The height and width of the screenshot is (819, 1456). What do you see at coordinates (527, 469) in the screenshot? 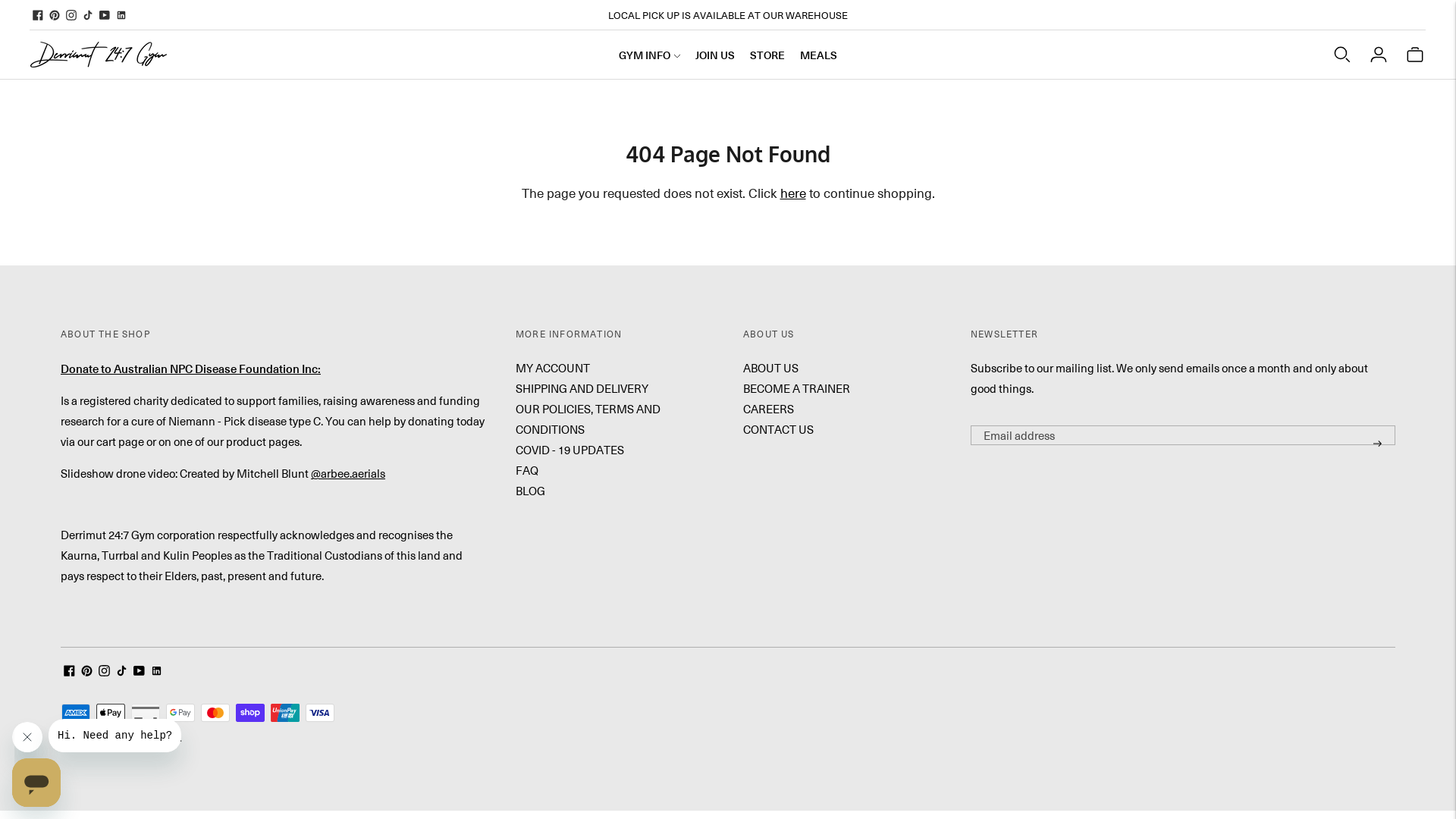
I see `'FAQ'` at bounding box center [527, 469].